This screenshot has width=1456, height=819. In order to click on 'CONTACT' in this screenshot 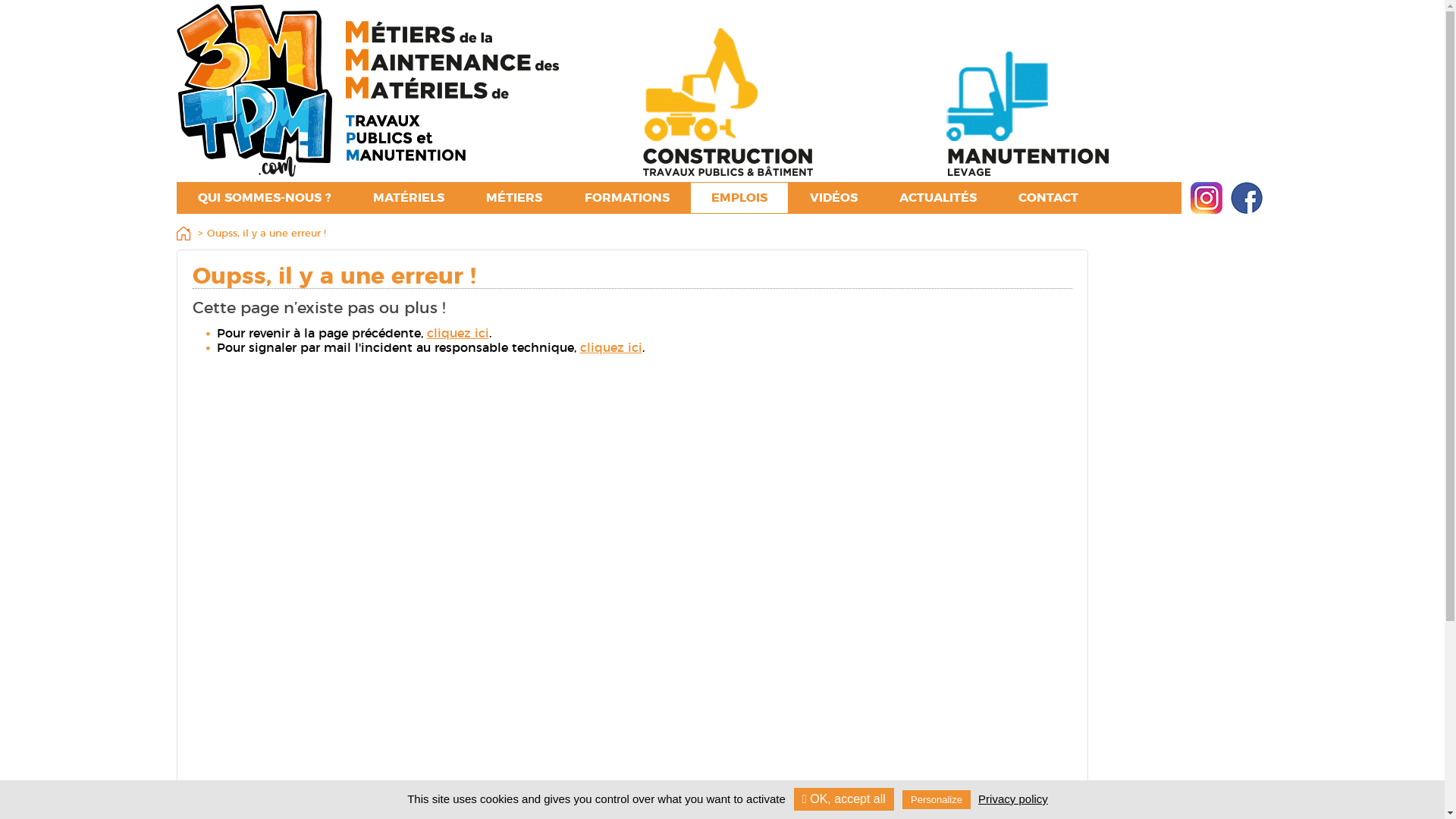, I will do `click(1047, 197)`.